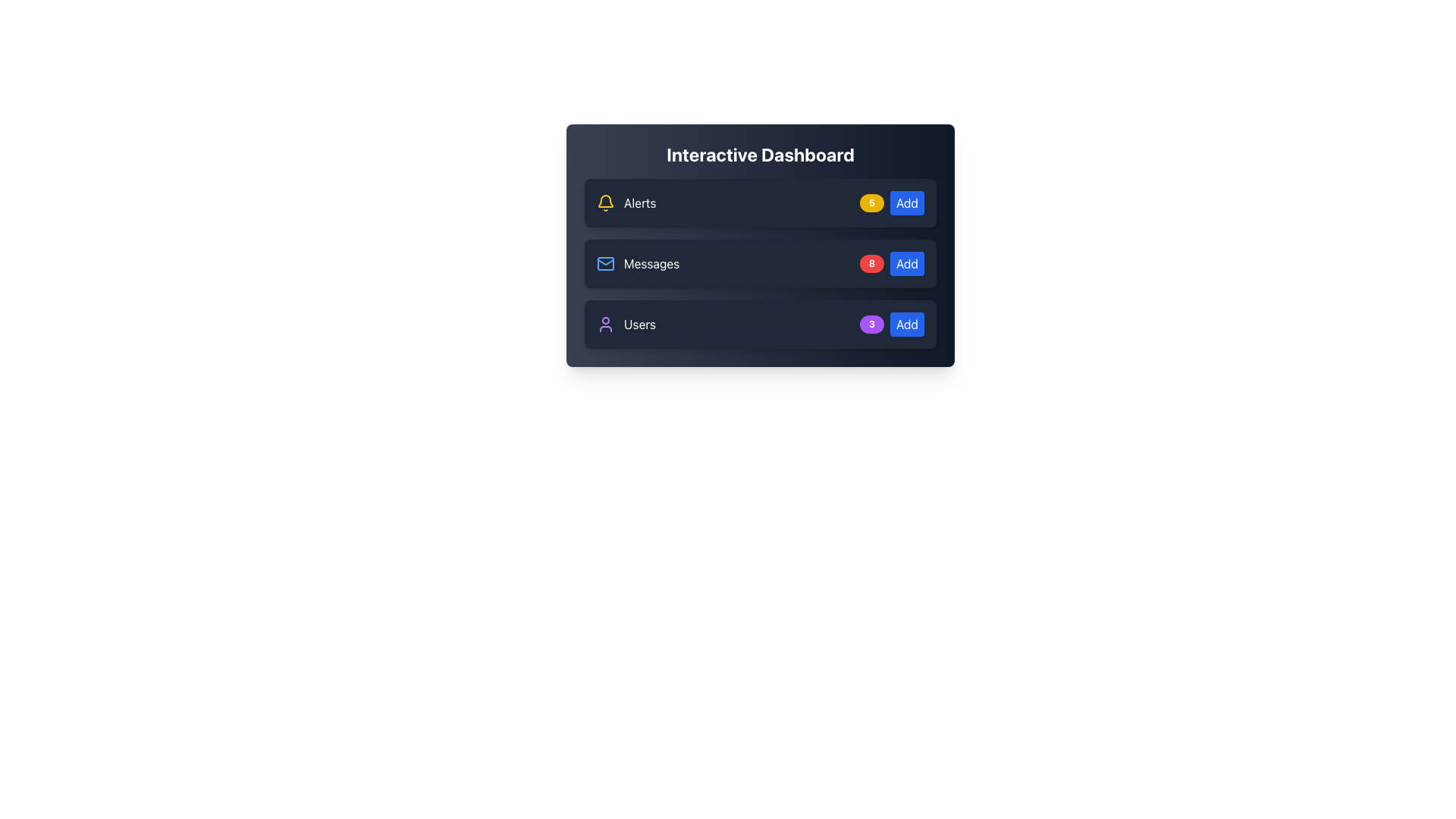 The width and height of the screenshot is (1456, 819). I want to click on the 'Messages' text label, which is the second item in a vertically stacked list and is aligned to the right of an envelope icon, so click(638, 262).